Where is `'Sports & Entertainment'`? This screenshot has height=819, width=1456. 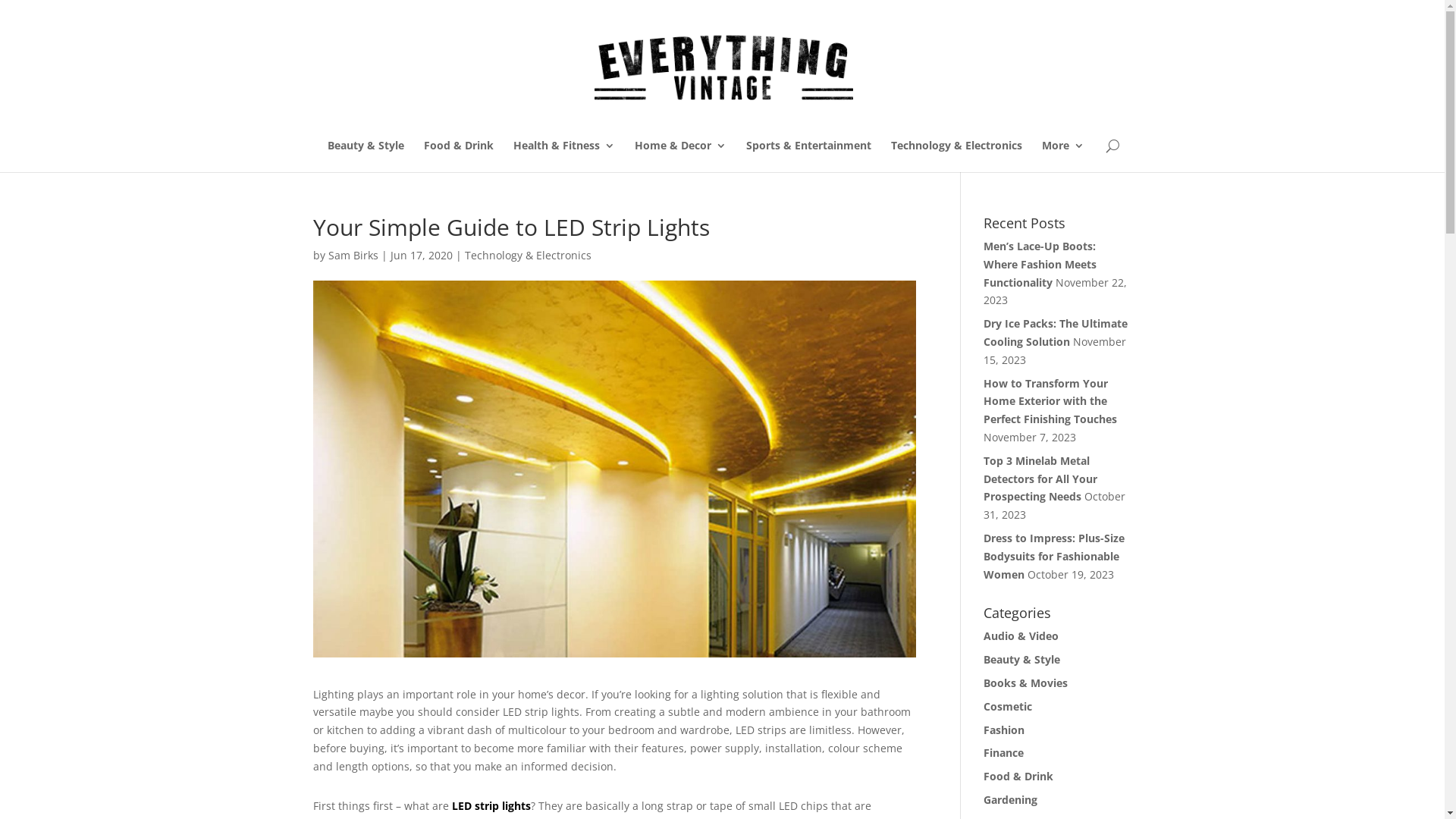
'Sports & Entertainment' is located at coordinates (808, 155).